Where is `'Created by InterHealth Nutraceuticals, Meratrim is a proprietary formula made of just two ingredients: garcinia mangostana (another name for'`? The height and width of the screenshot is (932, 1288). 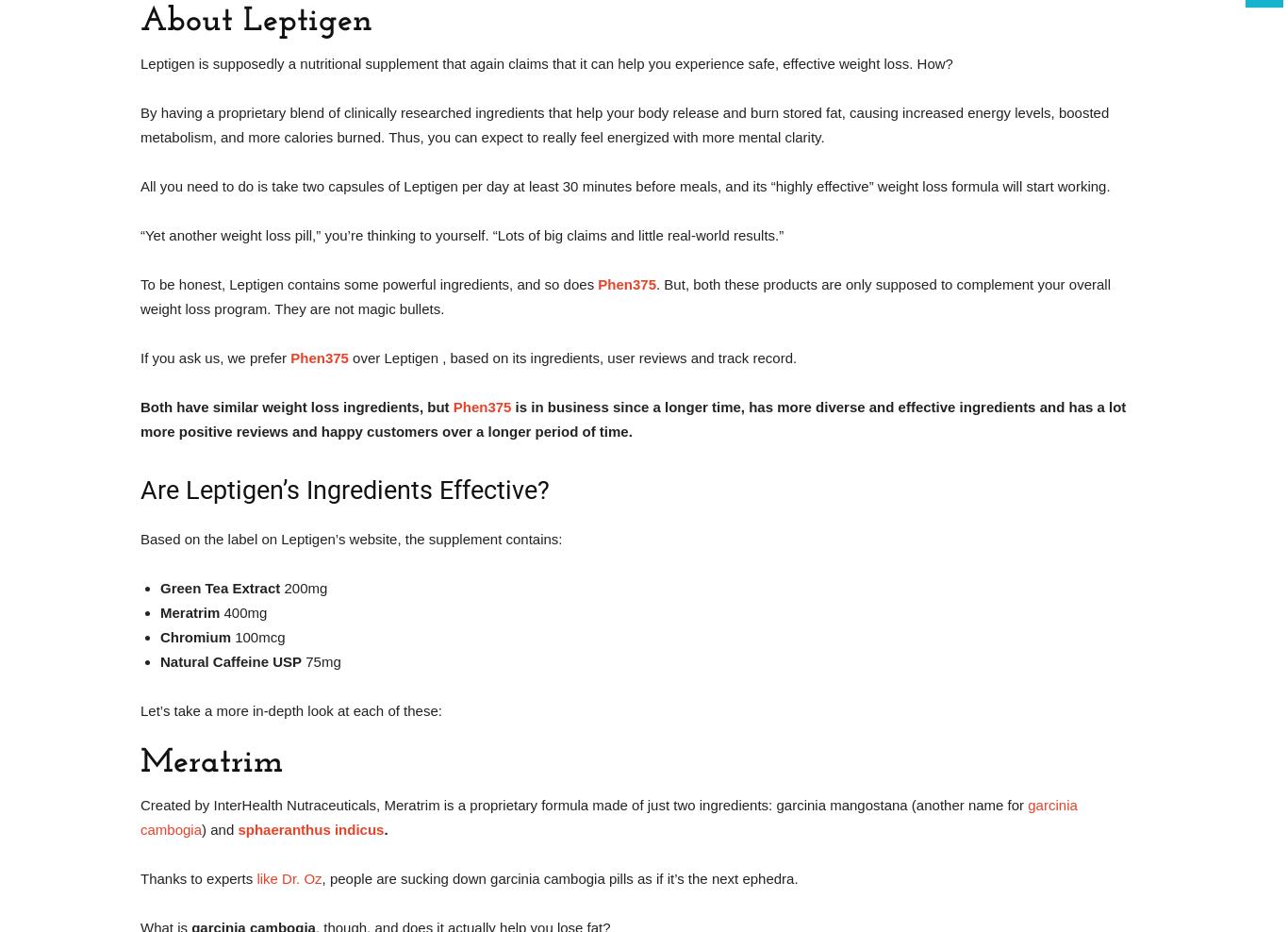
'Created by InterHealth Nutraceuticals, Meratrim is a proprietary formula made of just two ingredients: garcinia mangostana (another name for' is located at coordinates (140, 805).